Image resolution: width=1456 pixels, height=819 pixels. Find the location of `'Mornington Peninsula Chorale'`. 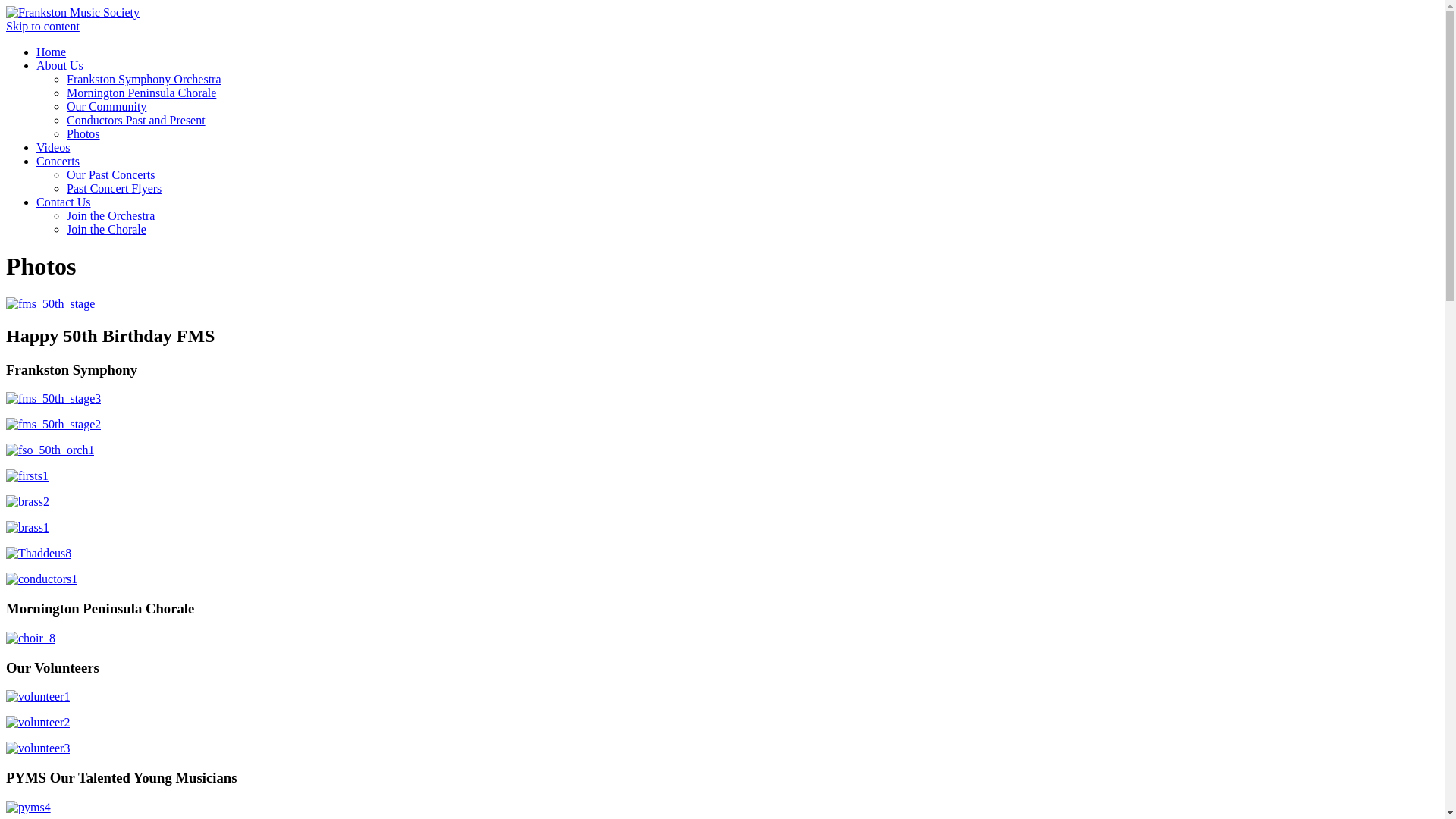

'Mornington Peninsula Chorale' is located at coordinates (141, 93).